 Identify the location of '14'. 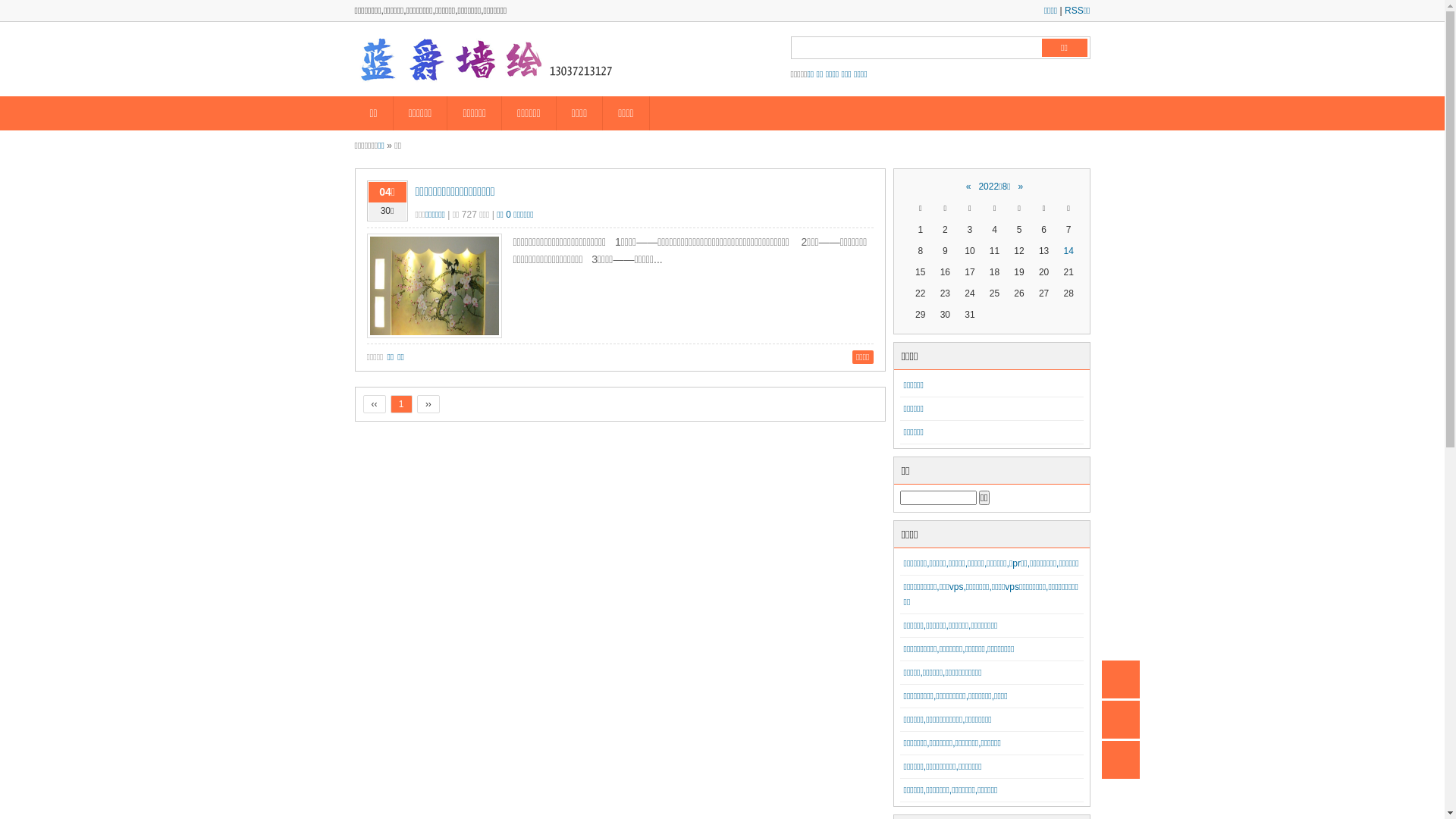
(1067, 250).